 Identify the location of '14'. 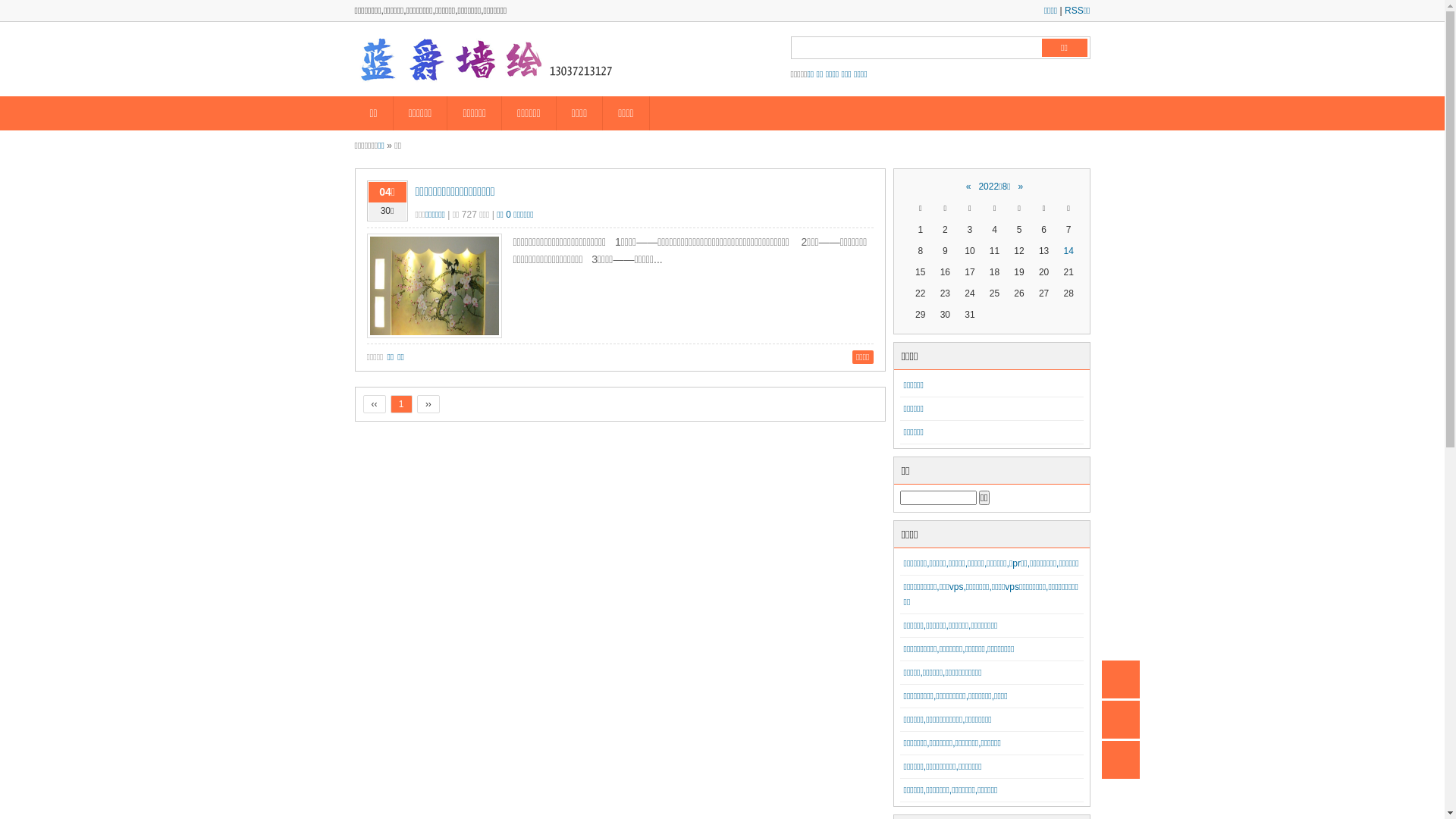
(1067, 250).